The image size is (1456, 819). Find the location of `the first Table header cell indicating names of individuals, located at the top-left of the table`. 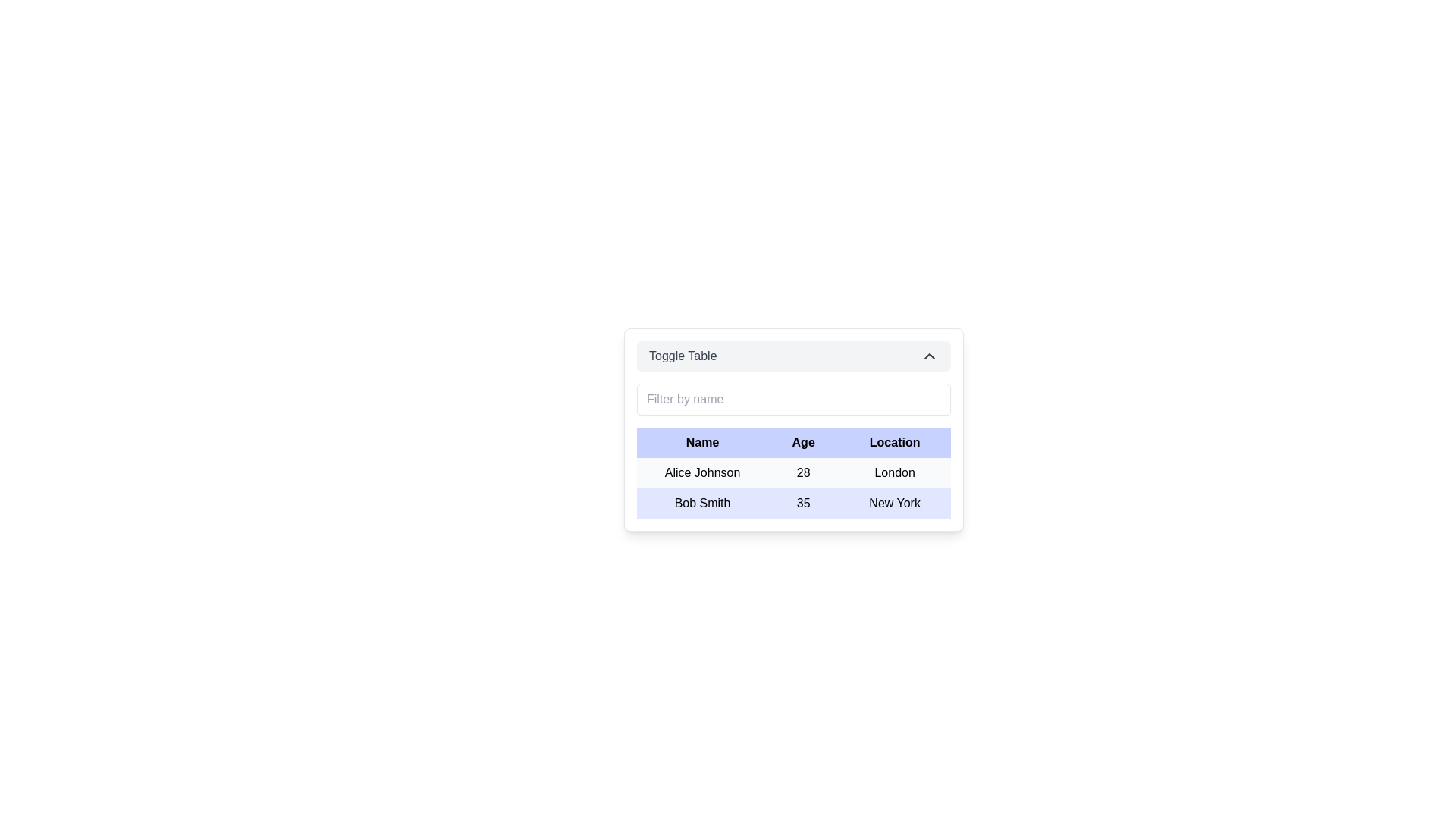

the first Table header cell indicating names of individuals, located at the top-left of the table is located at coordinates (701, 442).